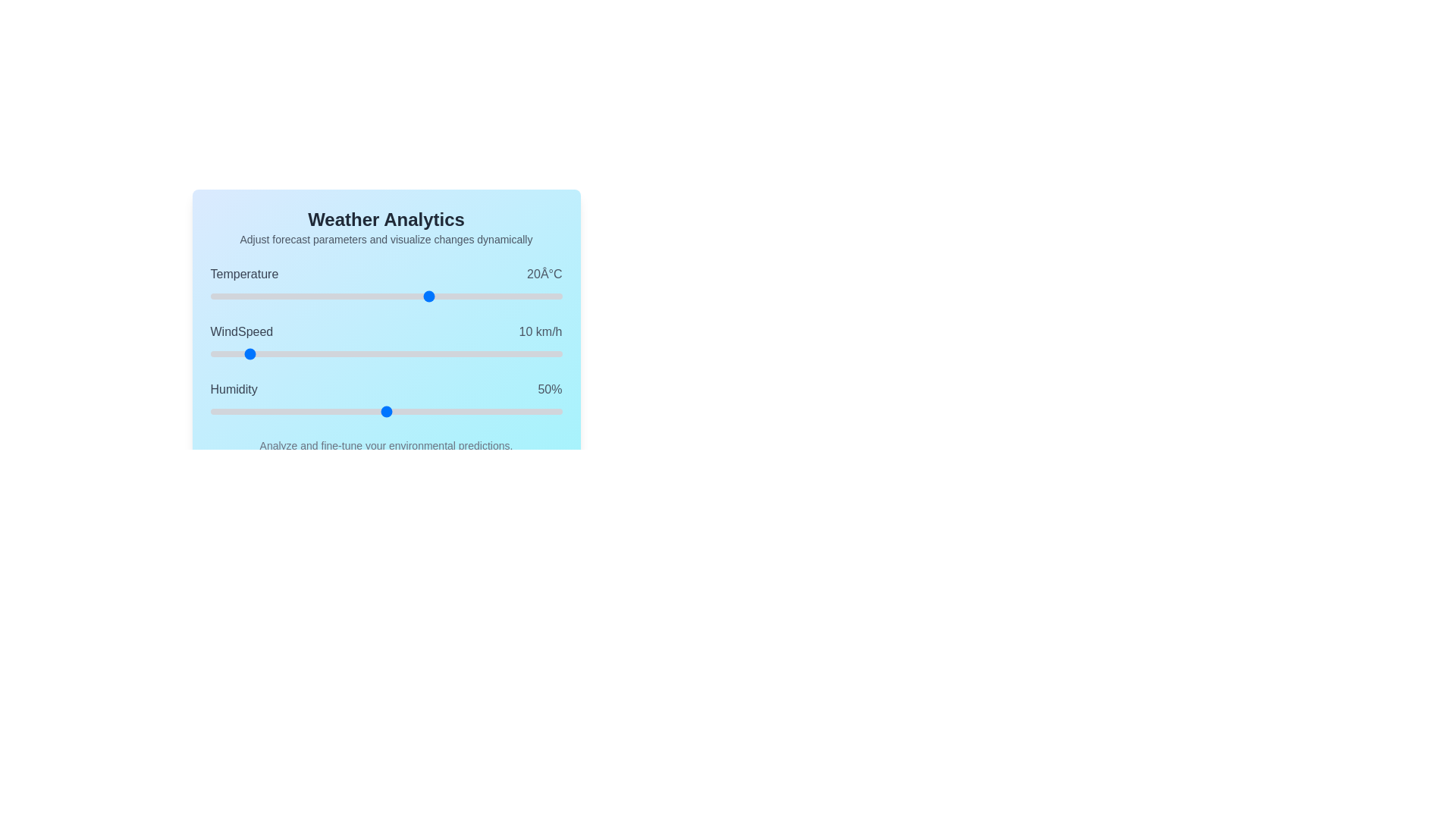 The image size is (1456, 819). I want to click on the WindSpeed slider to 34 km/h, so click(329, 353).